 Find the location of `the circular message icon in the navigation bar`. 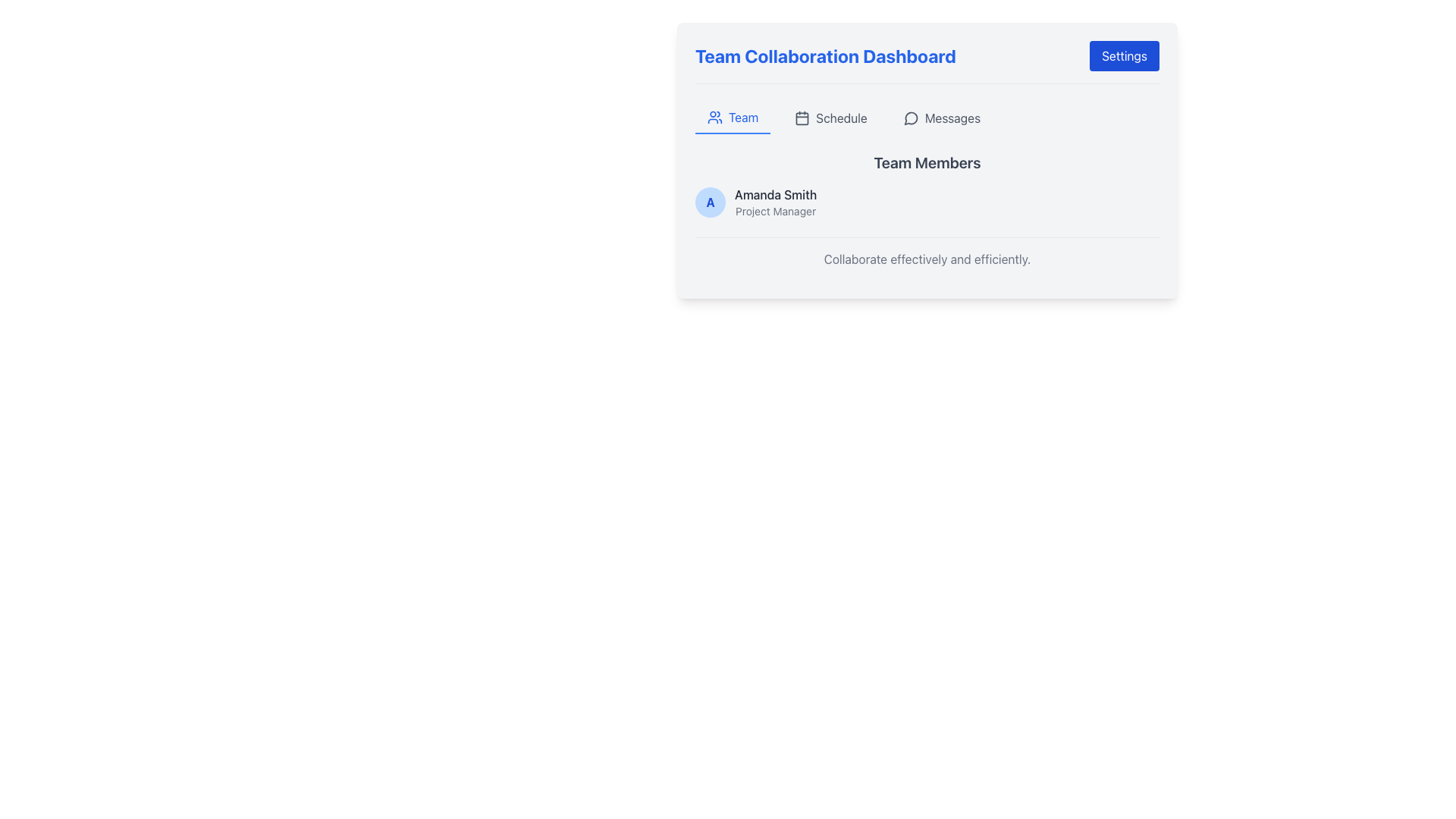

the circular message icon in the navigation bar is located at coordinates (910, 118).